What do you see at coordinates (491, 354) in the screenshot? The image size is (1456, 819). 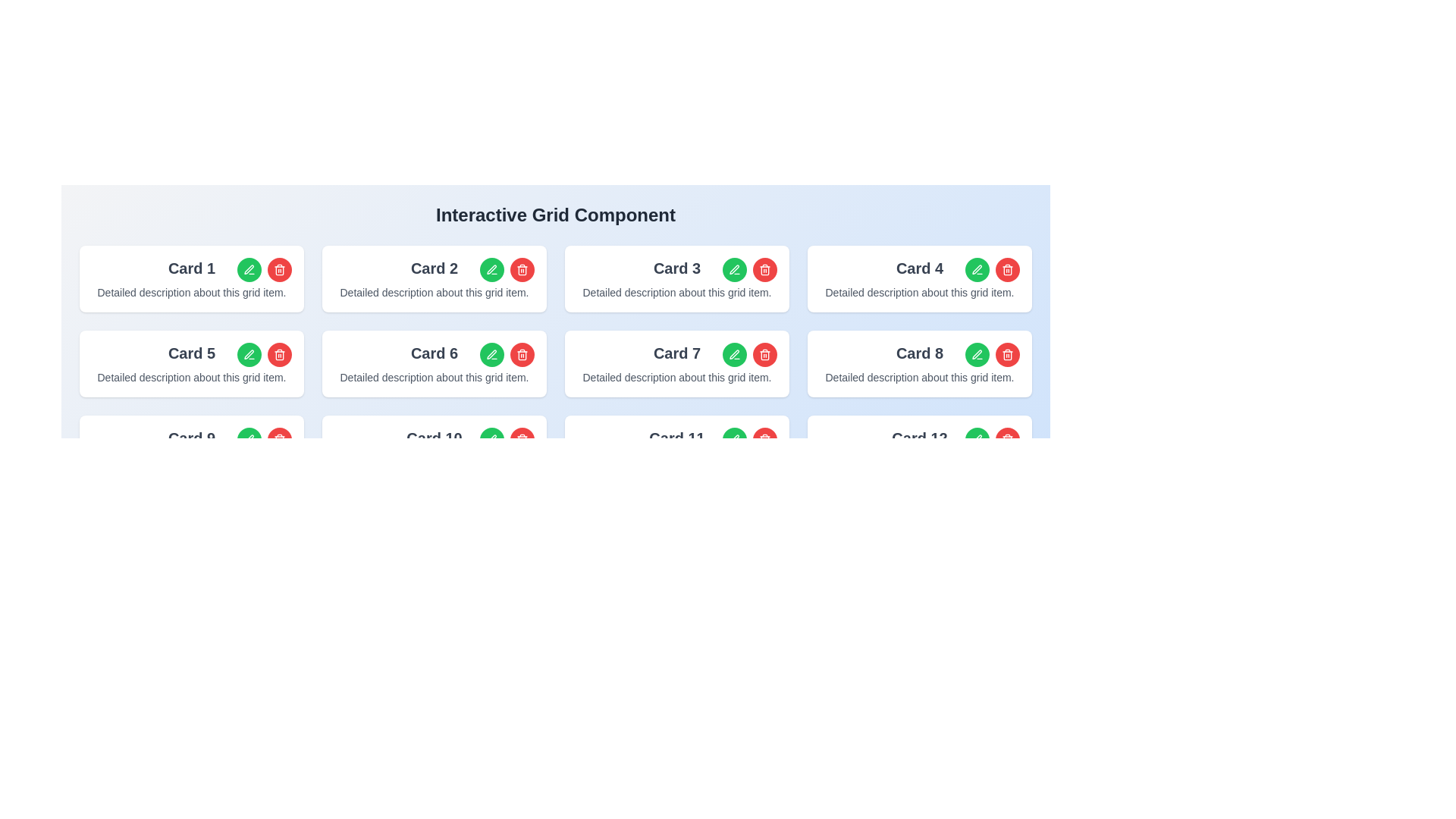 I see `the stylized pen icon located in 'Card 6'` at bounding box center [491, 354].